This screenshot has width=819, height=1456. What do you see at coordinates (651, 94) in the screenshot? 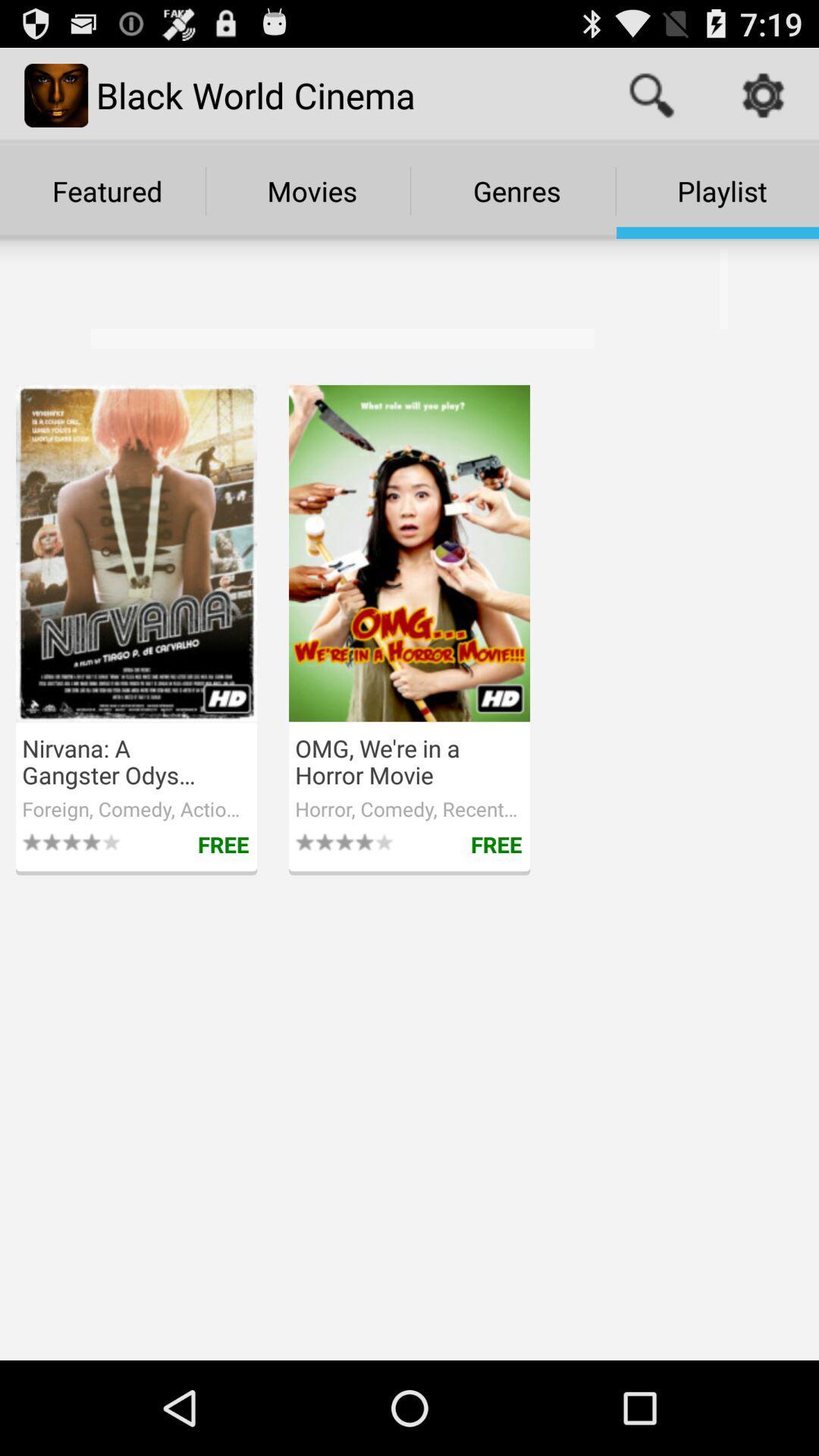
I see `the item to the right of black world cinema item` at bounding box center [651, 94].